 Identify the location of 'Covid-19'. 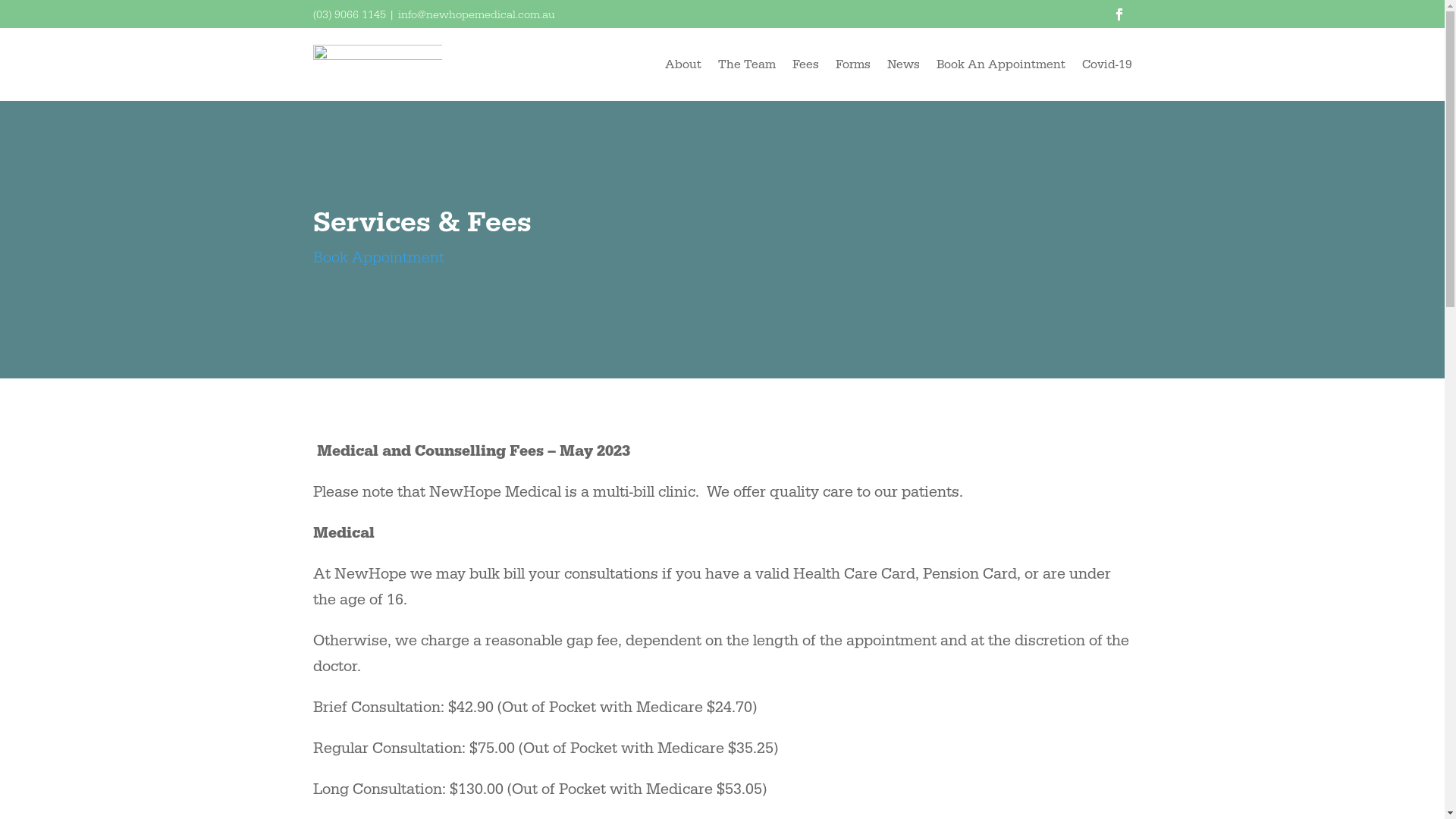
(1080, 63).